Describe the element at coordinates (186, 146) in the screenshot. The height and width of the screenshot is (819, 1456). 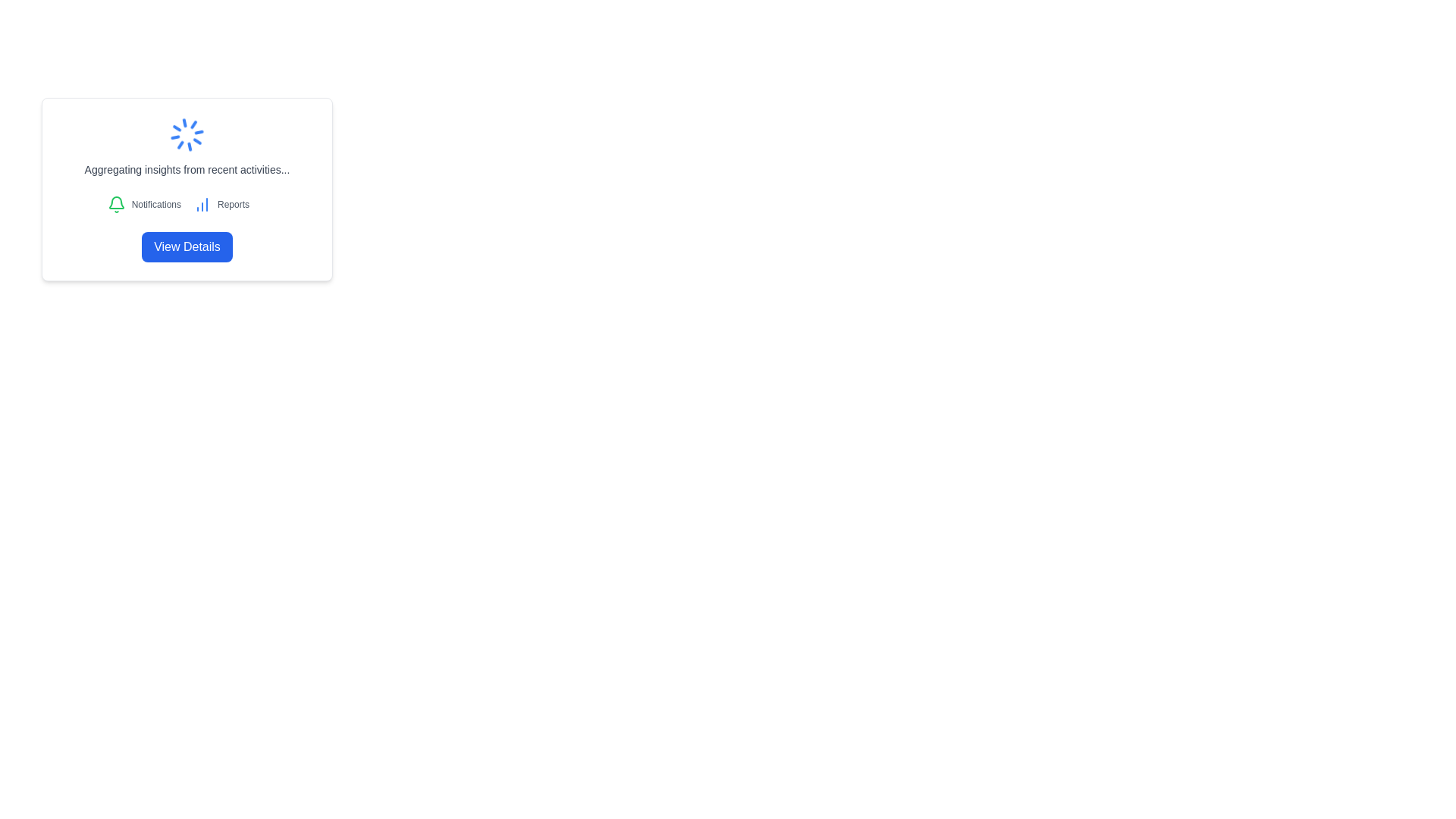
I see `the loading indicator which displays 'Aggregating insights from recent activities...' and features a spinning blue loader above the text` at that location.